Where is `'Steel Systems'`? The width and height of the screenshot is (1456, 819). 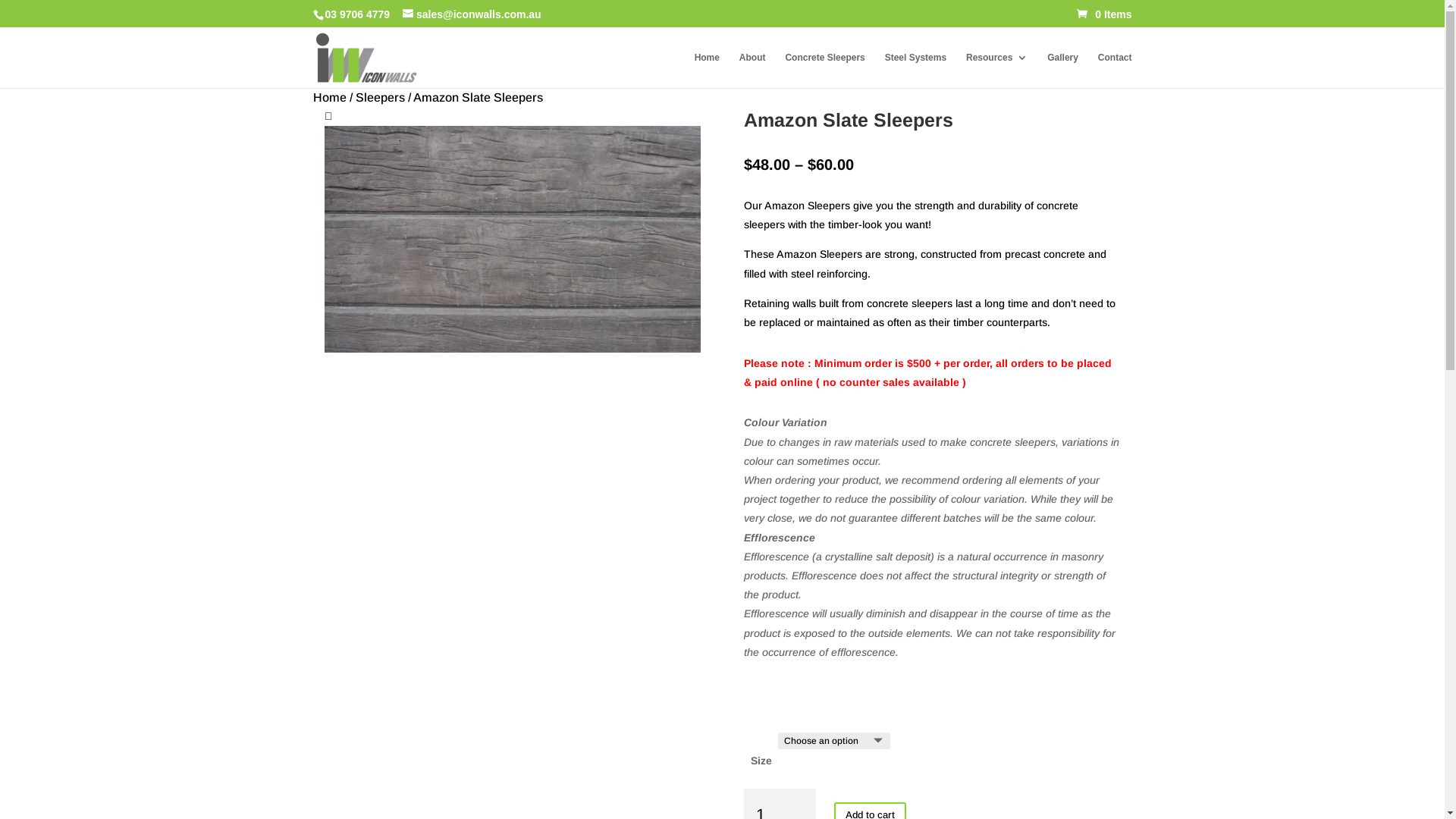 'Steel Systems' is located at coordinates (915, 70).